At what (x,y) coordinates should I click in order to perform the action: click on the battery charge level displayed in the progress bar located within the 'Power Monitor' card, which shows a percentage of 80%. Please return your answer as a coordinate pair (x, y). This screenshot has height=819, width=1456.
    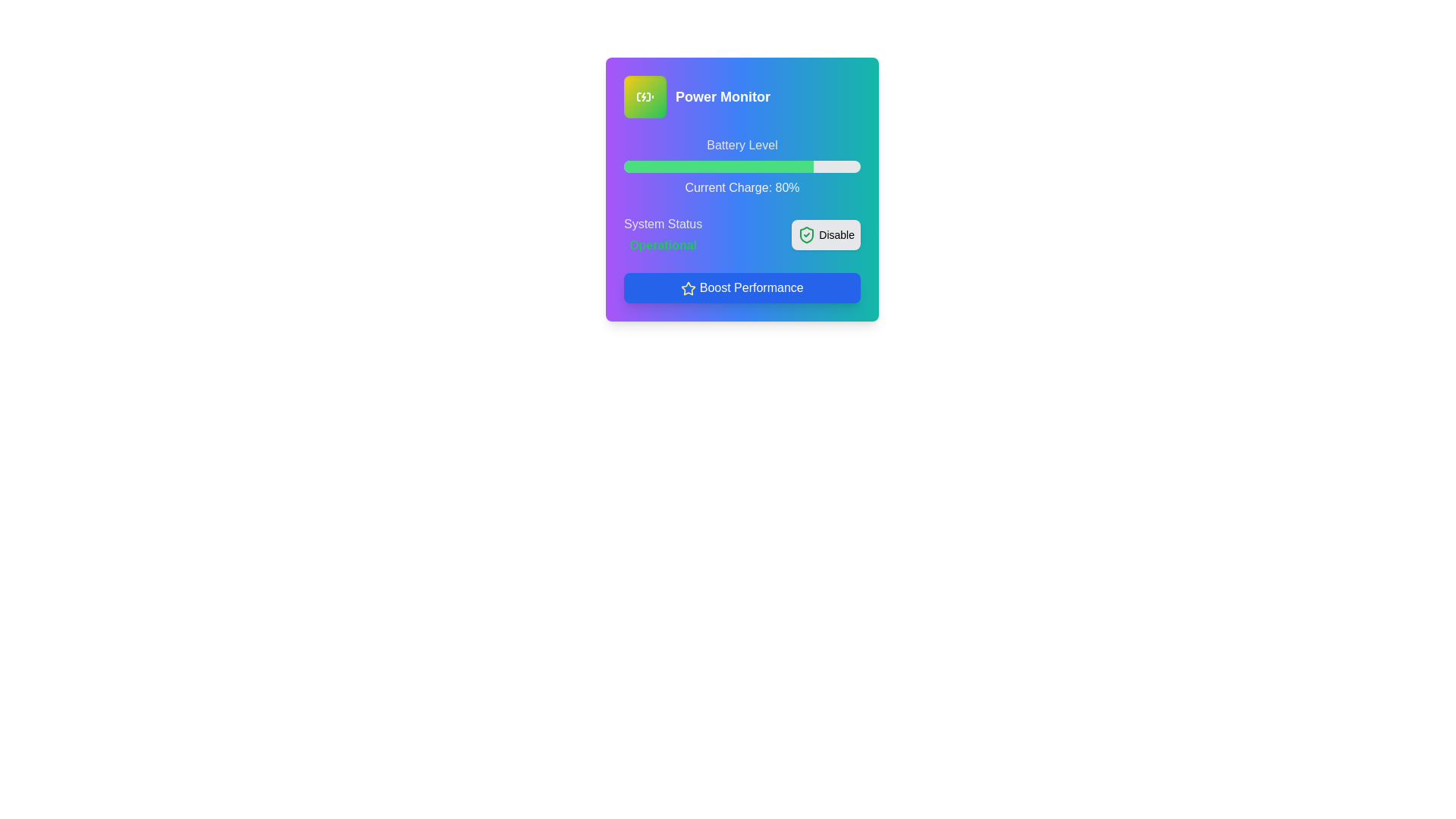
    Looking at the image, I should click on (742, 166).